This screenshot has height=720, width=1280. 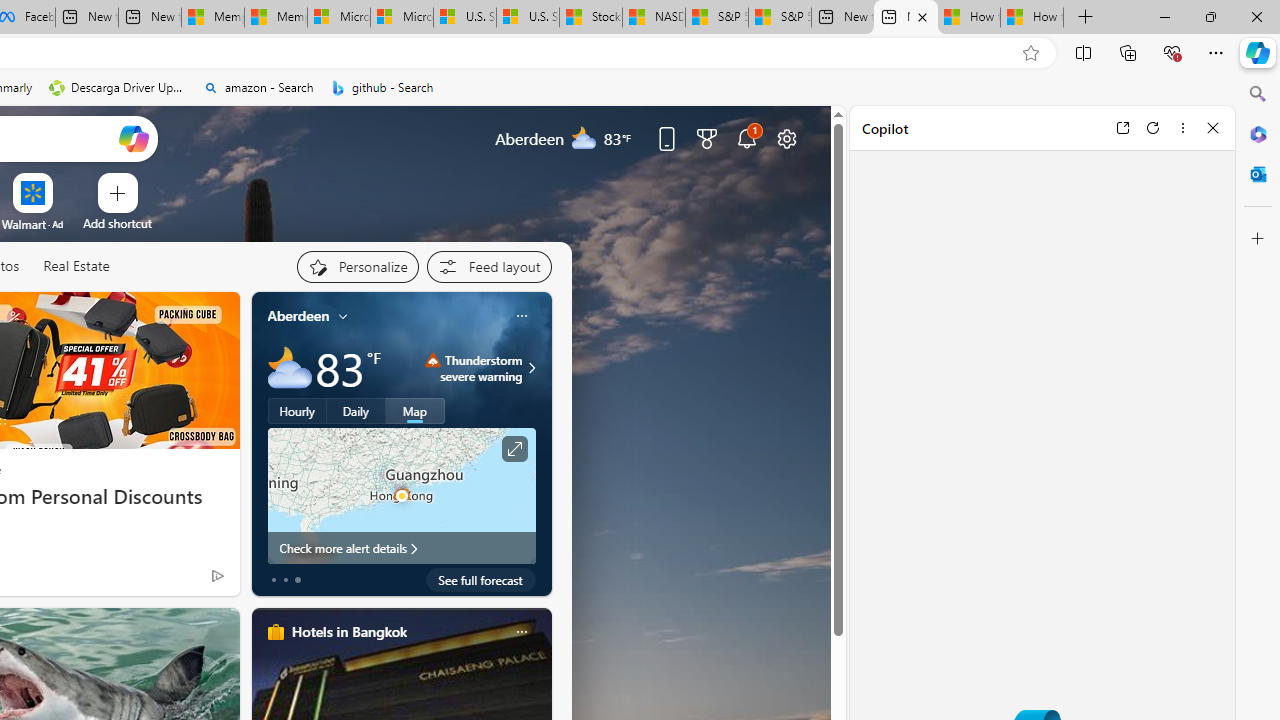 What do you see at coordinates (531, 367) in the screenshot?
I see `'Class: weather-arrow-glyph'` at bounding box center [531, 367].